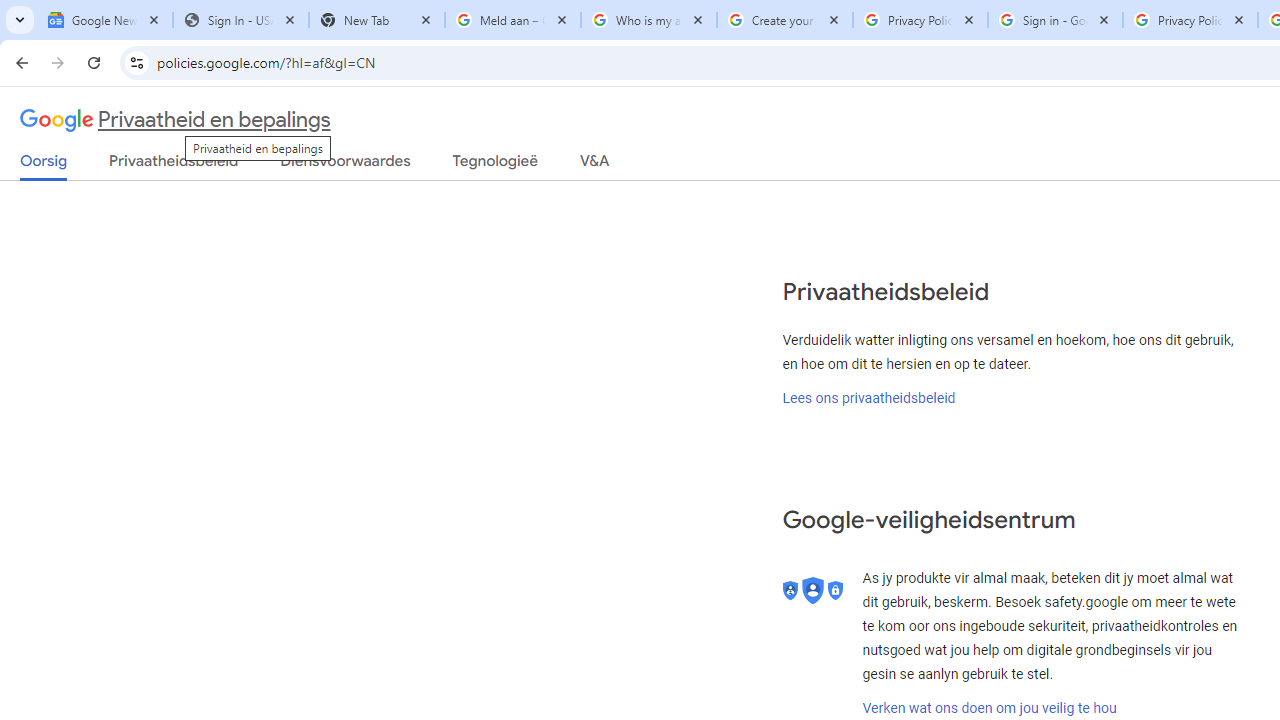 The image size is (1280, 720). Describe the element at coordinates (989, 707) in the screenshot. I see `'Verken wat ons doen om jou veilig te hou'` at that location.